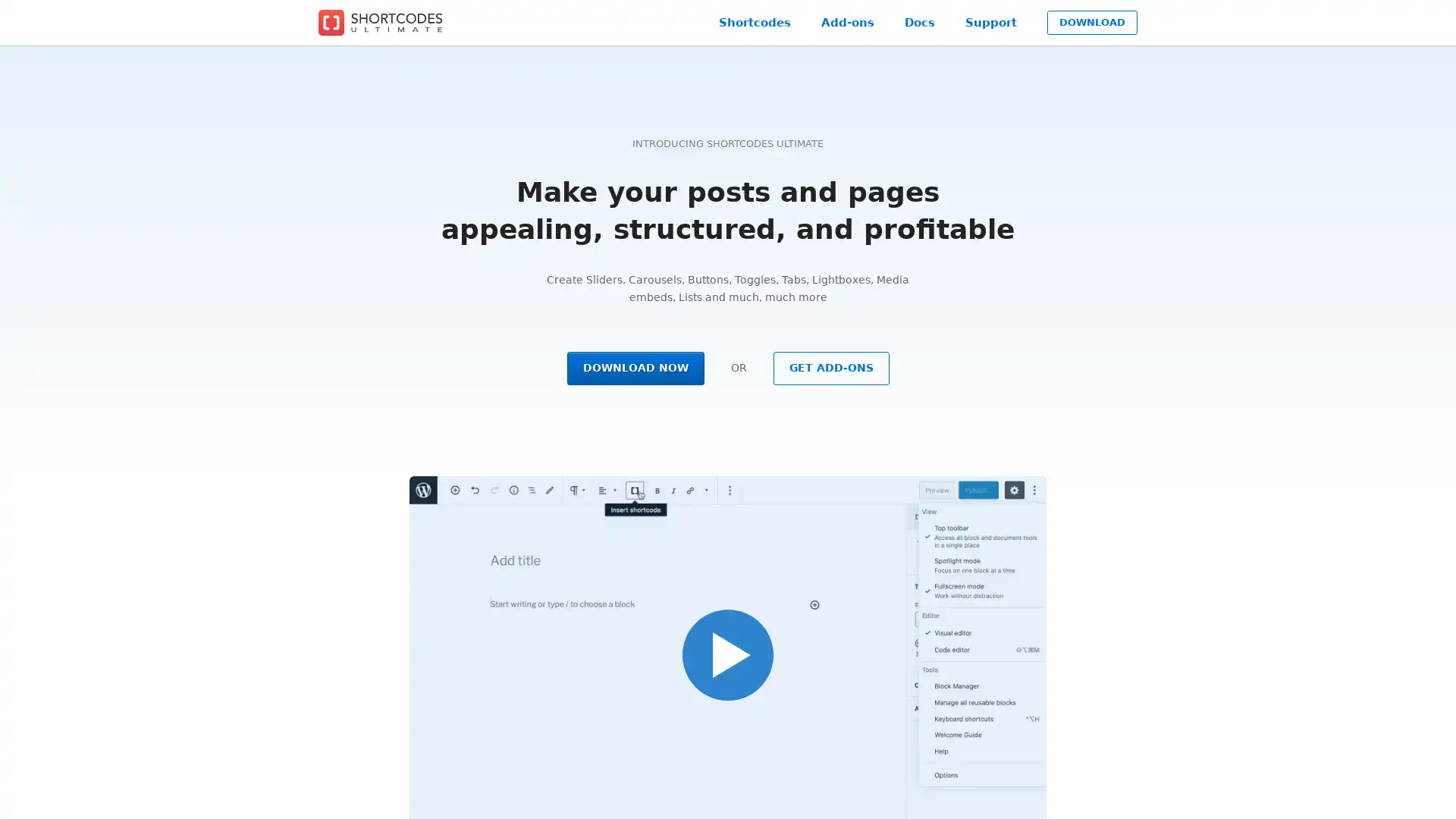 The height and width of the screenshot is (819, 1456). Describe the element at coordinates (728, 654) in the screenshot. I see `Play the video` at that location.